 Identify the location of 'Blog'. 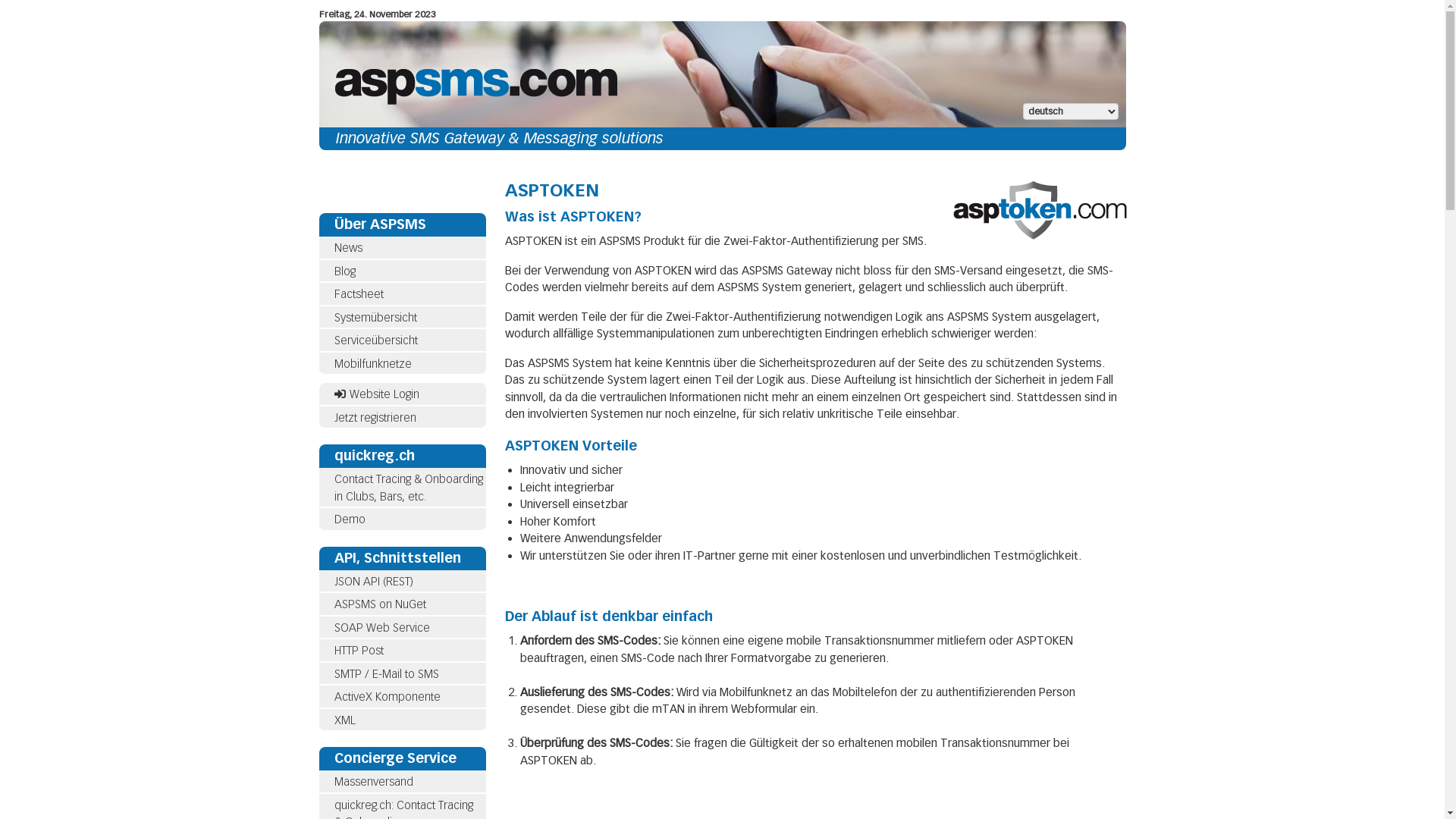
(401, 270).